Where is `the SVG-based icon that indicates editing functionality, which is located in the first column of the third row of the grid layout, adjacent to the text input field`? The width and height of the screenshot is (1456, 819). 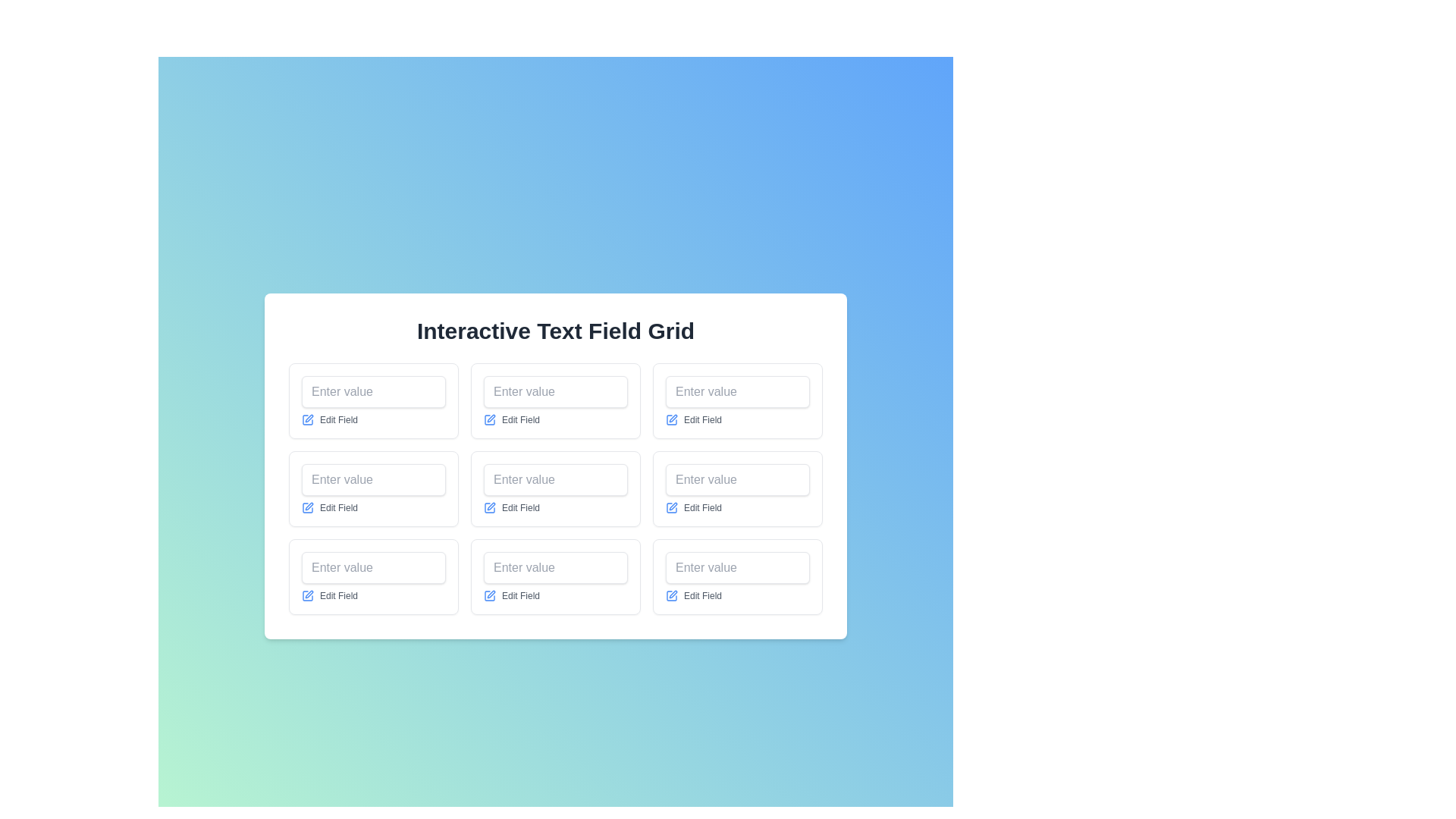 the SVG-based icon that indicates editing functionality, which is located in the first column of the third row of the grid layout, adjacent to the text input field is located at coordinates (307, 508).